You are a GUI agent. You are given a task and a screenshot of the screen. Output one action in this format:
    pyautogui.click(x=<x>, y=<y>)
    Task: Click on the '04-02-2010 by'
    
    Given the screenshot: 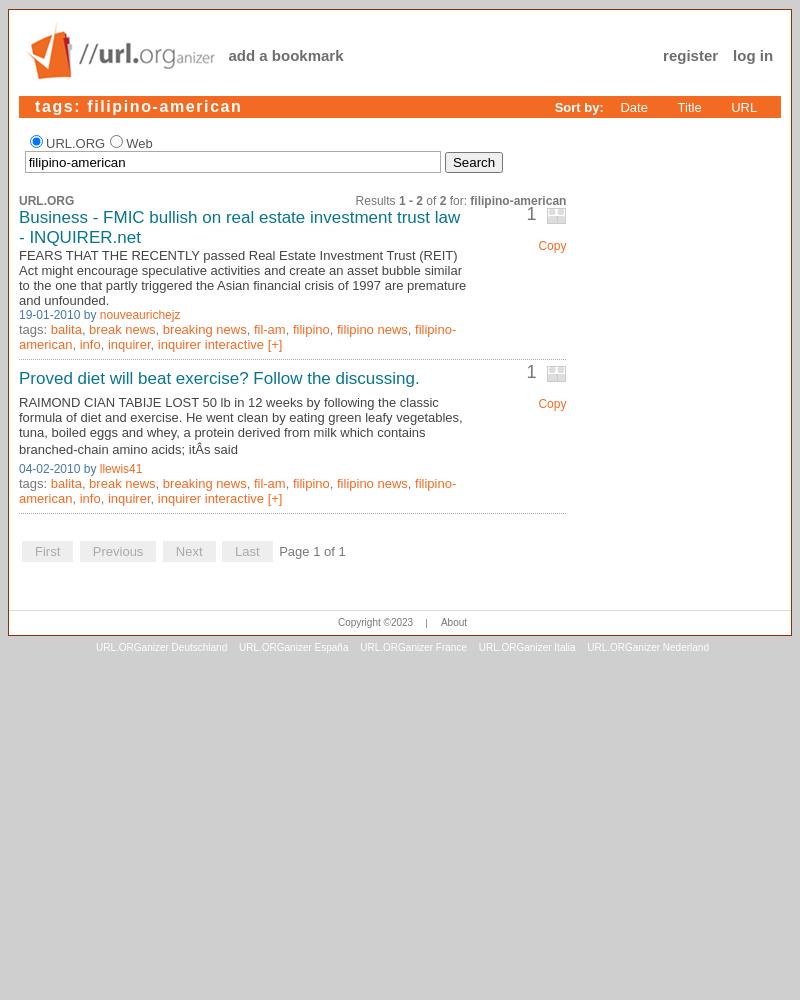 What is the action you would take?
    pyautogui.click(x=19, y=468)
    